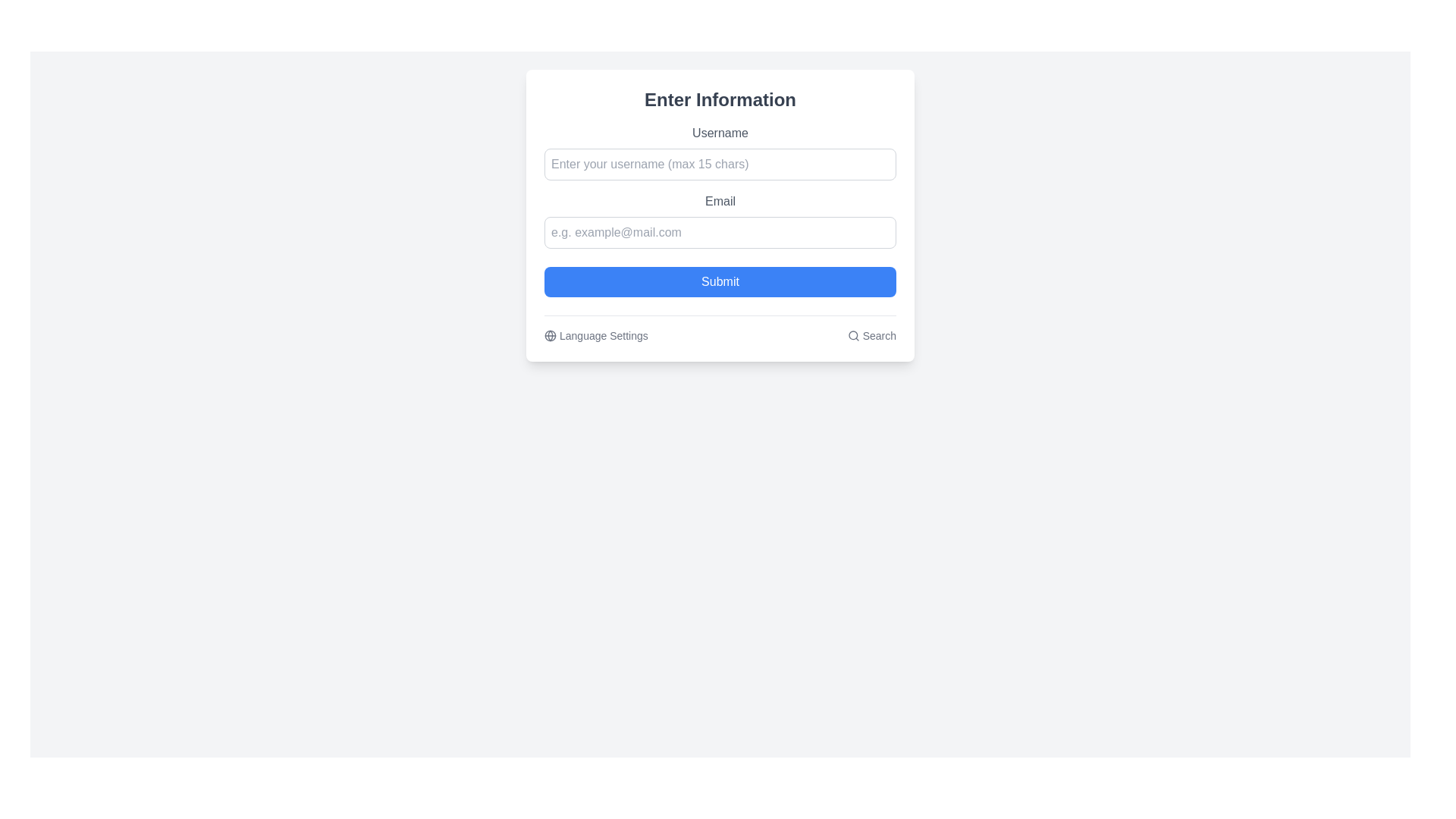 The image size is (1456, 819). What do you see at coordinates (871, 335) in the screenshot?
I see `the informative label with icon located at the bottom right of the interface, next to 'Language Settings'` at bounding box center [871, 335].